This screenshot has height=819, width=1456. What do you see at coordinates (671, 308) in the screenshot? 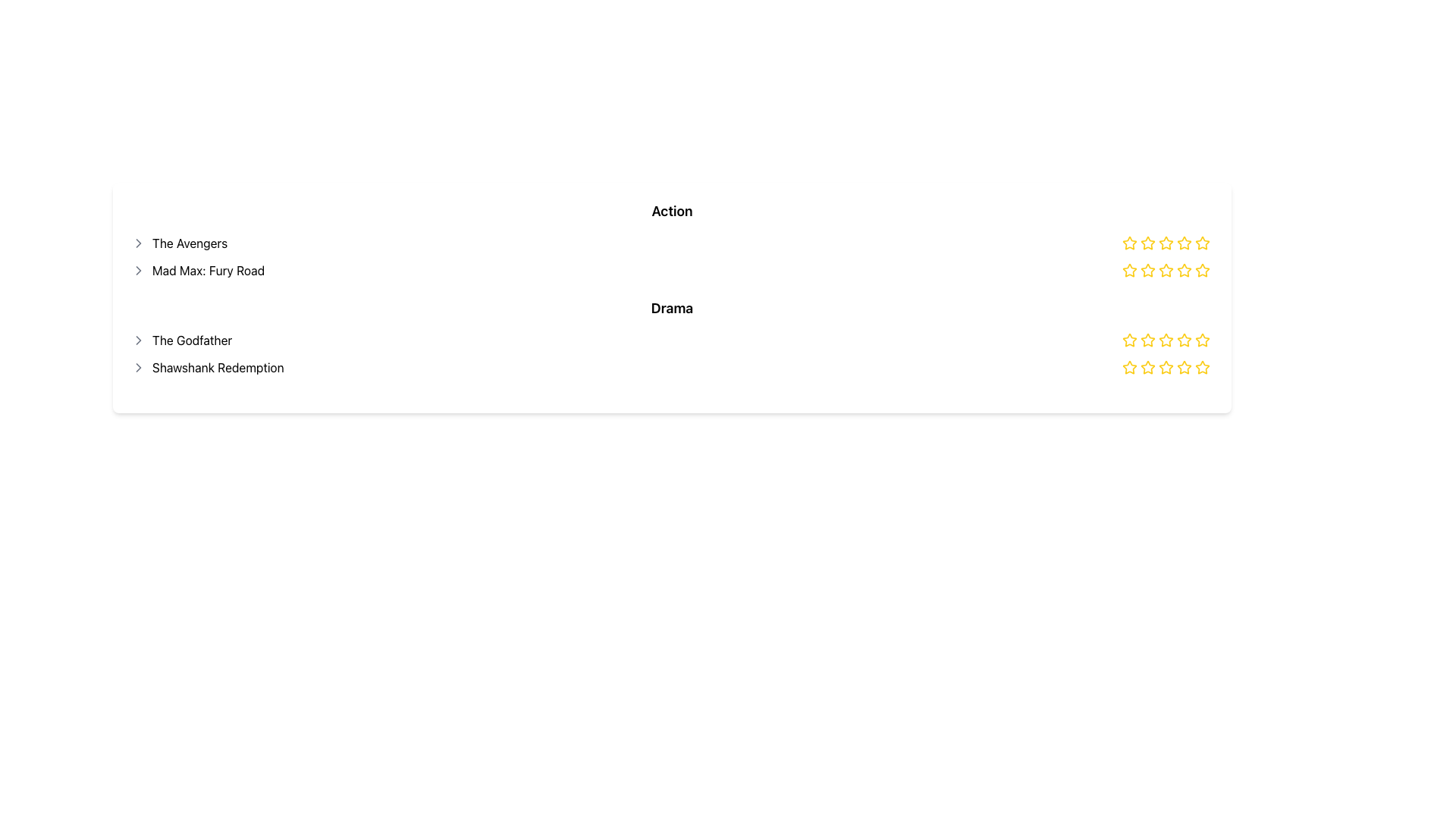
I see `text label that displays 'Drama', which is styled in bold and serves as a section heading for drama films` at bounding box center [671, 308].